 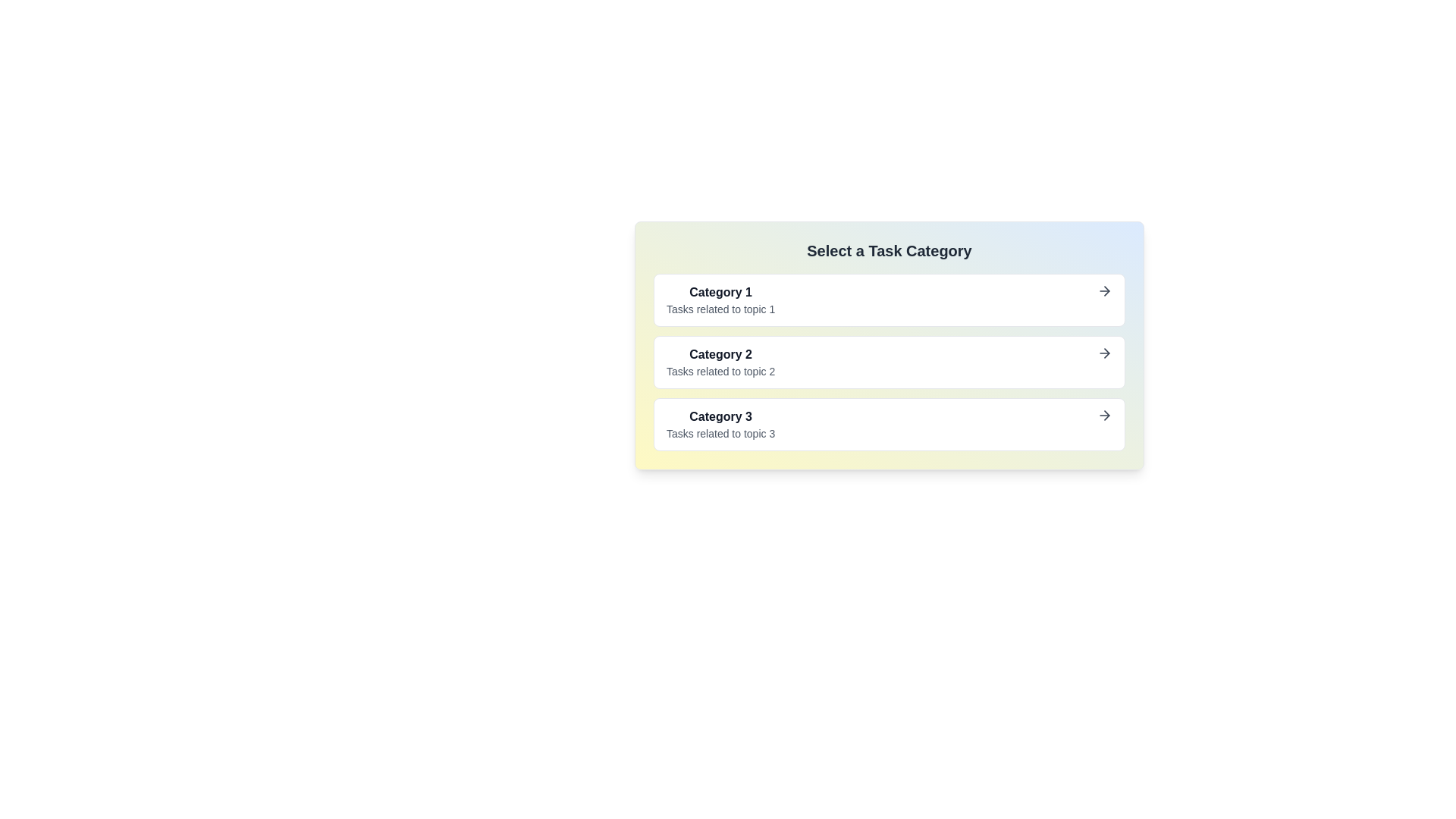 I want to click on the second button in a vertically stacked list, so click(x=889, y=362).